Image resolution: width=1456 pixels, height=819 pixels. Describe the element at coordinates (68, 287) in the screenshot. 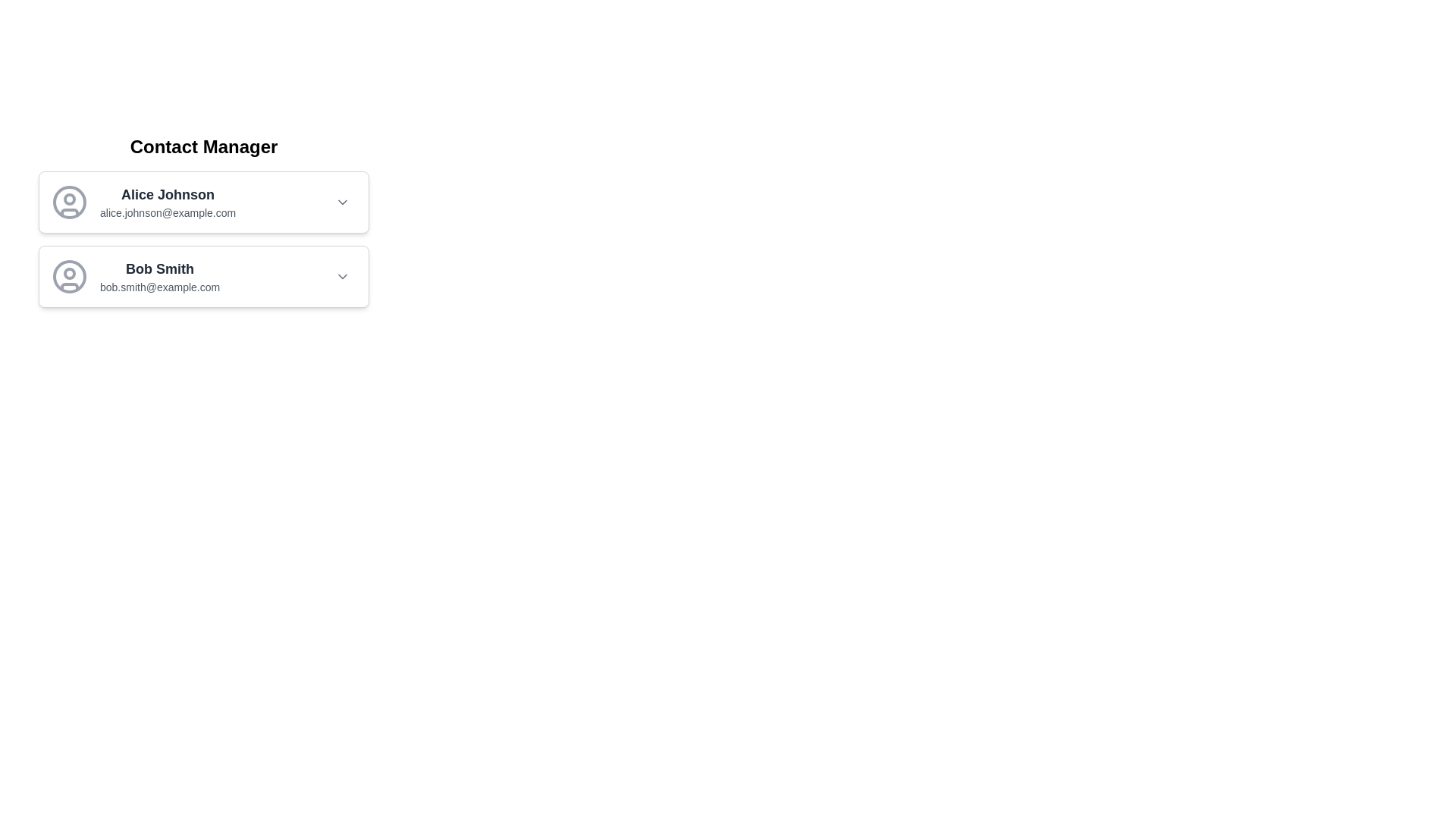

I see `properties of the lower part of the SVG-based user profile icon located in the profile picture area under the 'Contact Manager' section` at that location.